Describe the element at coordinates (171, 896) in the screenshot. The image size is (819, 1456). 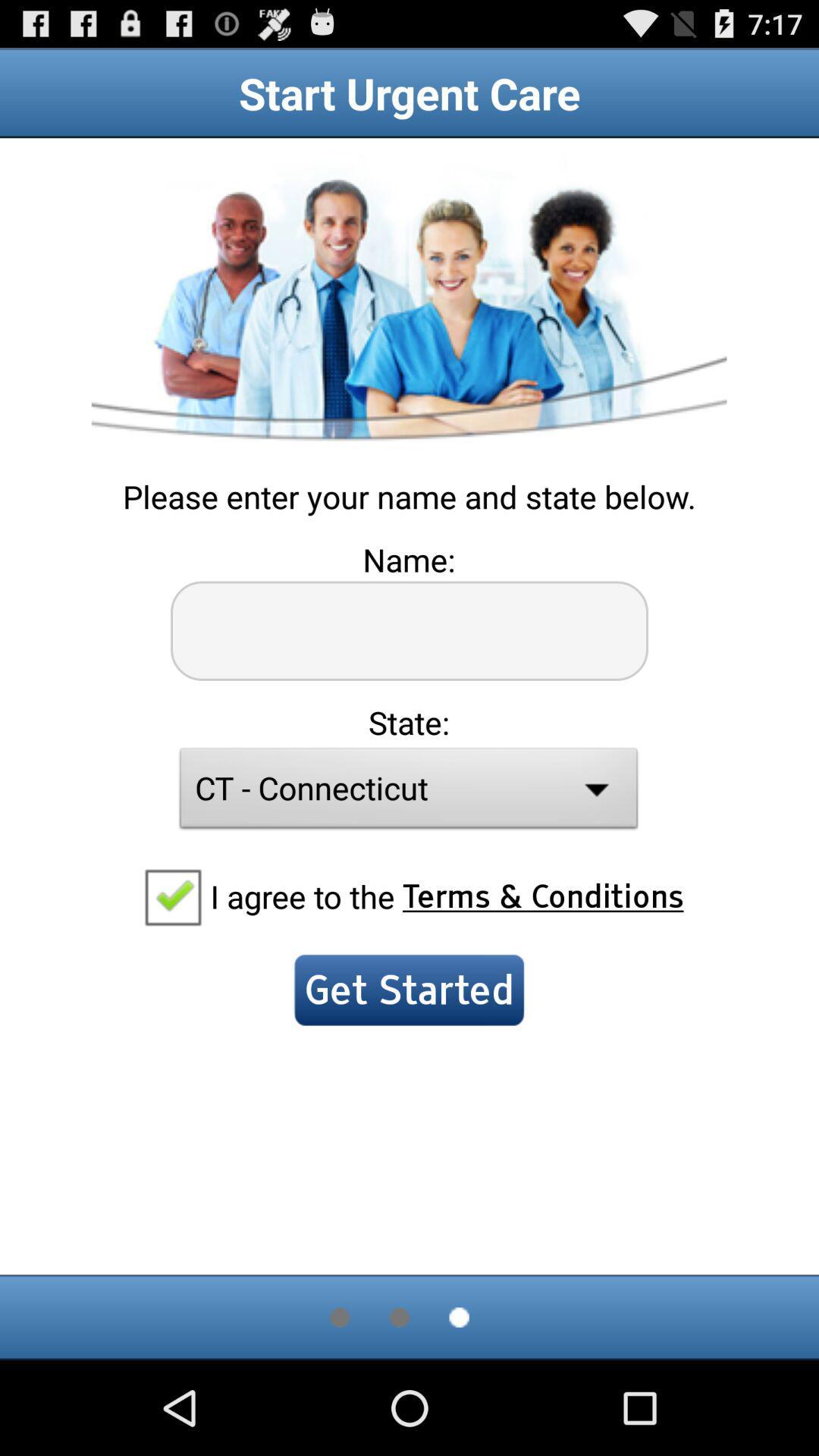
I see `check to agree to terms condtions` at that location.